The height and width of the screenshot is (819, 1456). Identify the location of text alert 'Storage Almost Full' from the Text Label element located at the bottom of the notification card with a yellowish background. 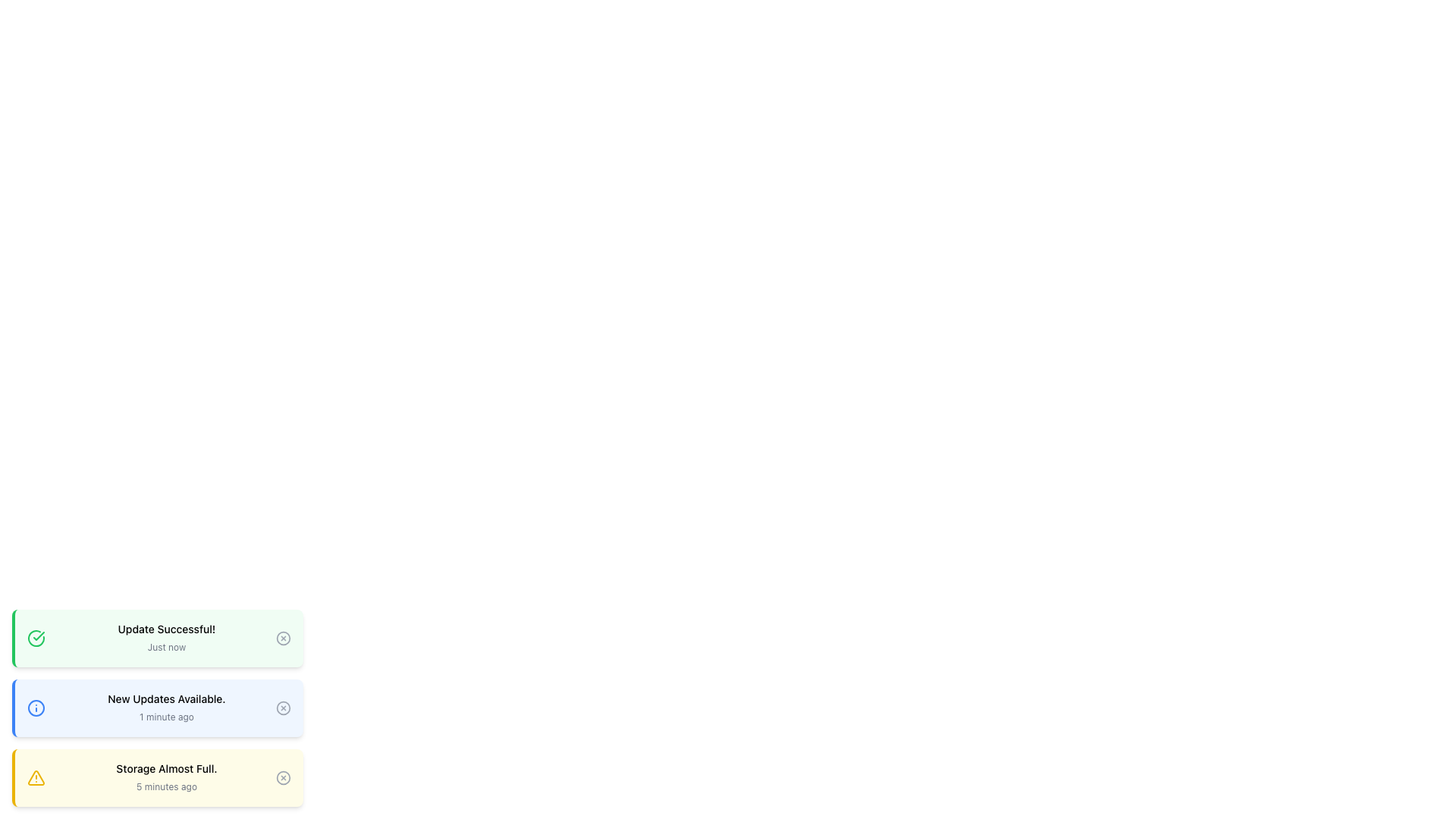
(167, 769).